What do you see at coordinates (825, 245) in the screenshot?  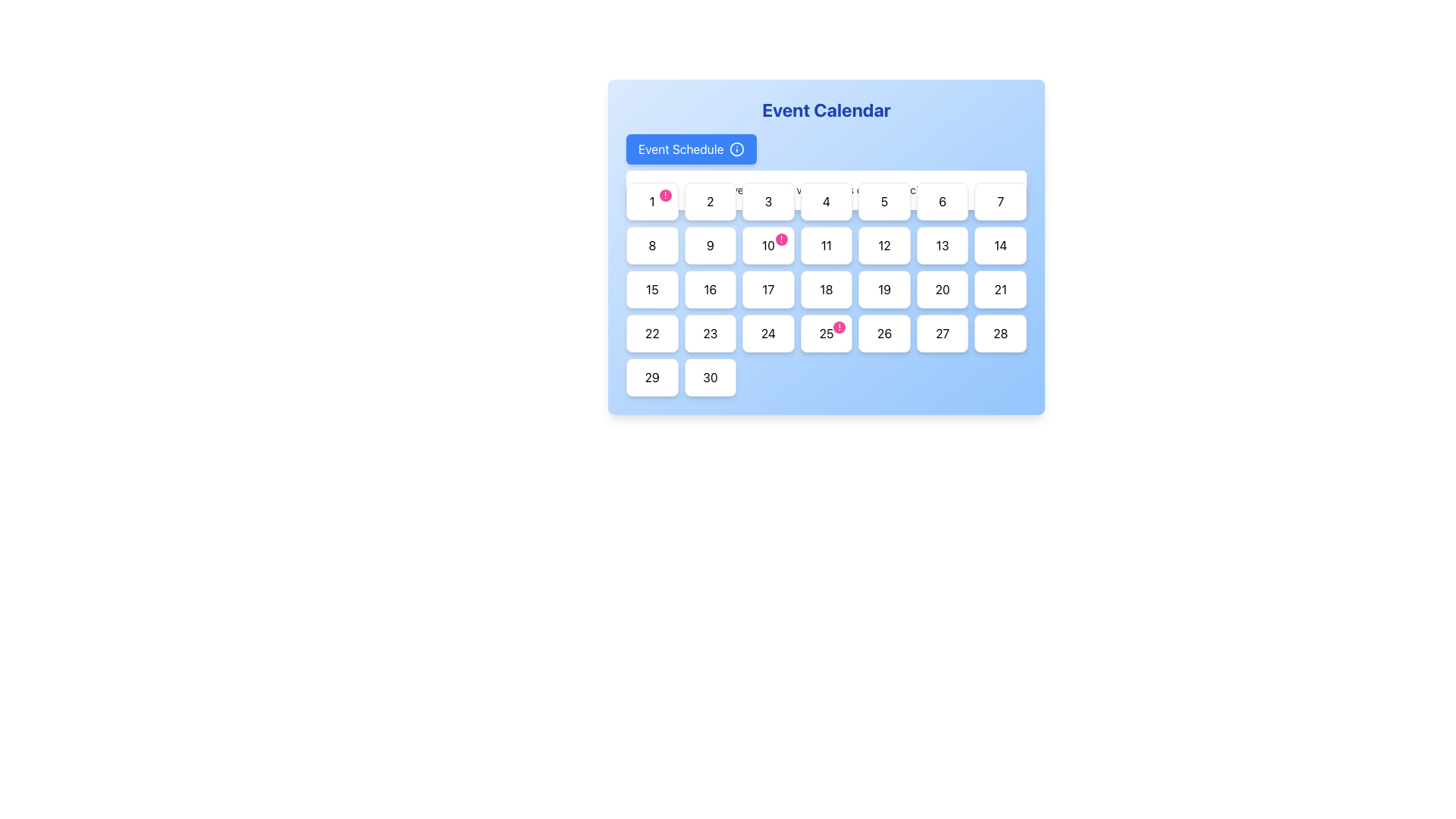 I see `the button displaying the number '11' with a white background and rounded corners` at bounding box center [825, 245].